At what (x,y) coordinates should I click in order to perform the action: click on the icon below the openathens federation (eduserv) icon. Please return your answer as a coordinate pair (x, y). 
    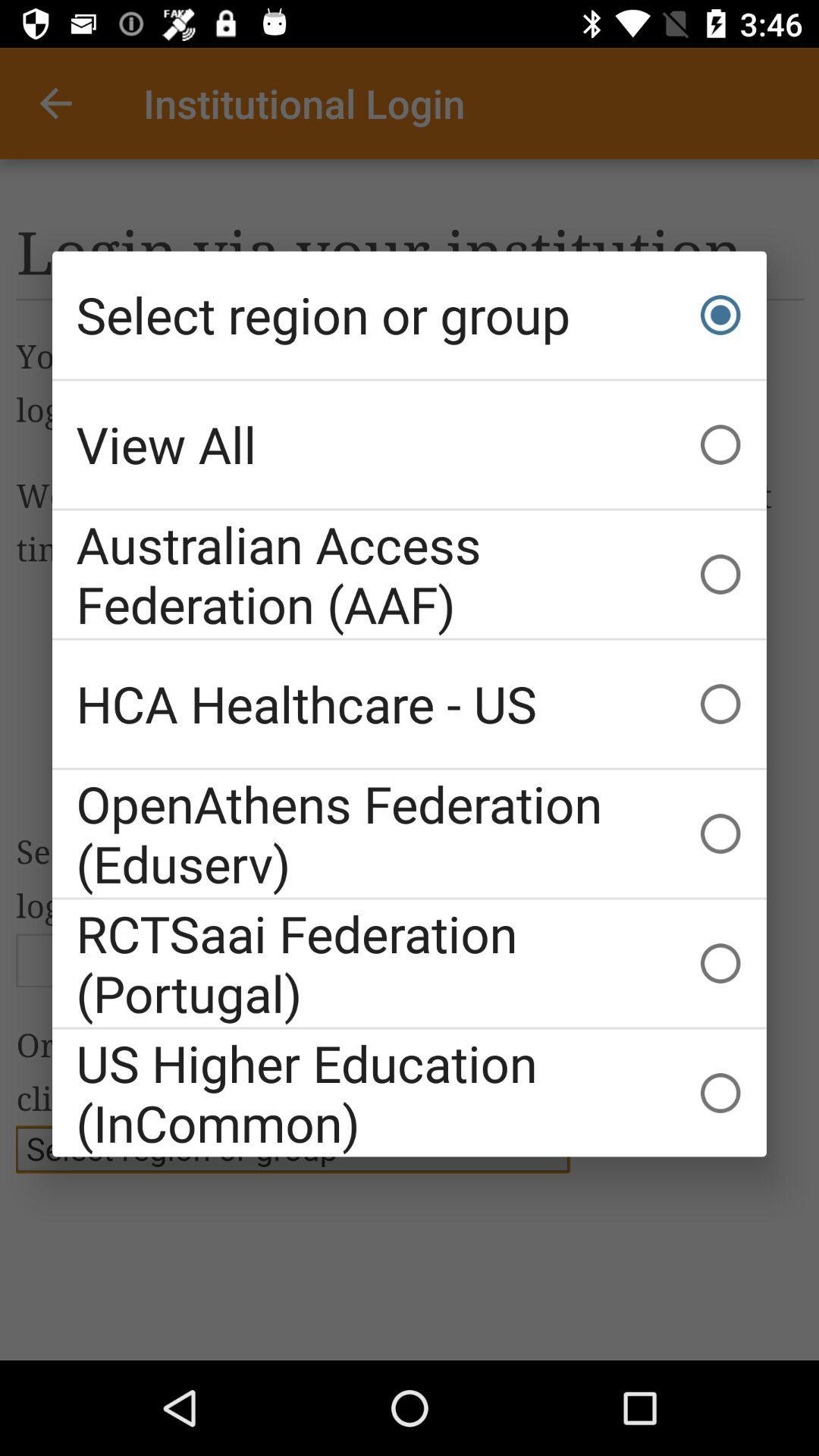
    Looking at the image, I should click on (409, 962).